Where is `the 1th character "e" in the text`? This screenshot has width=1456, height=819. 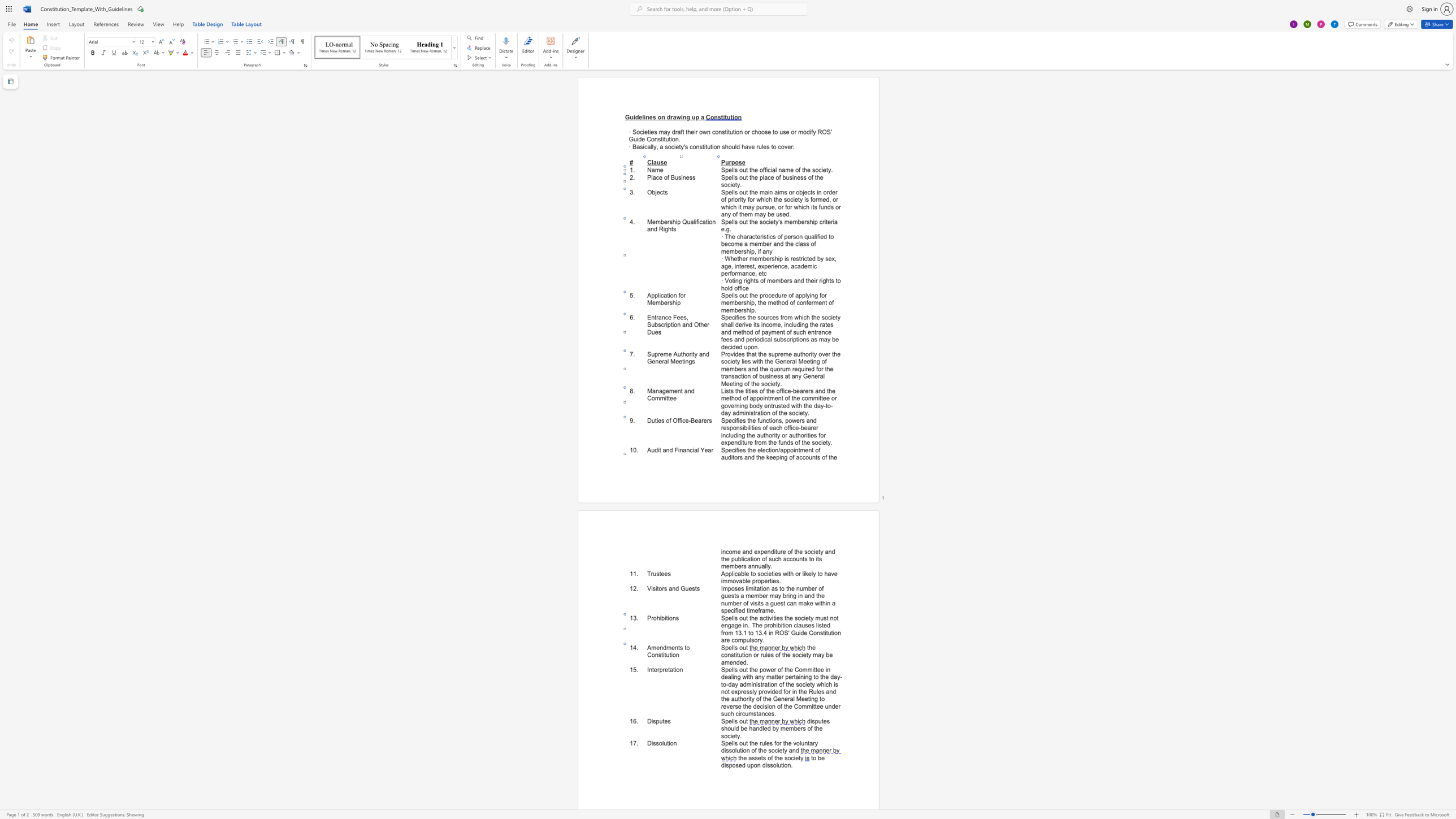
the 1th character "e" in the text is located at coordinates (657, 647).